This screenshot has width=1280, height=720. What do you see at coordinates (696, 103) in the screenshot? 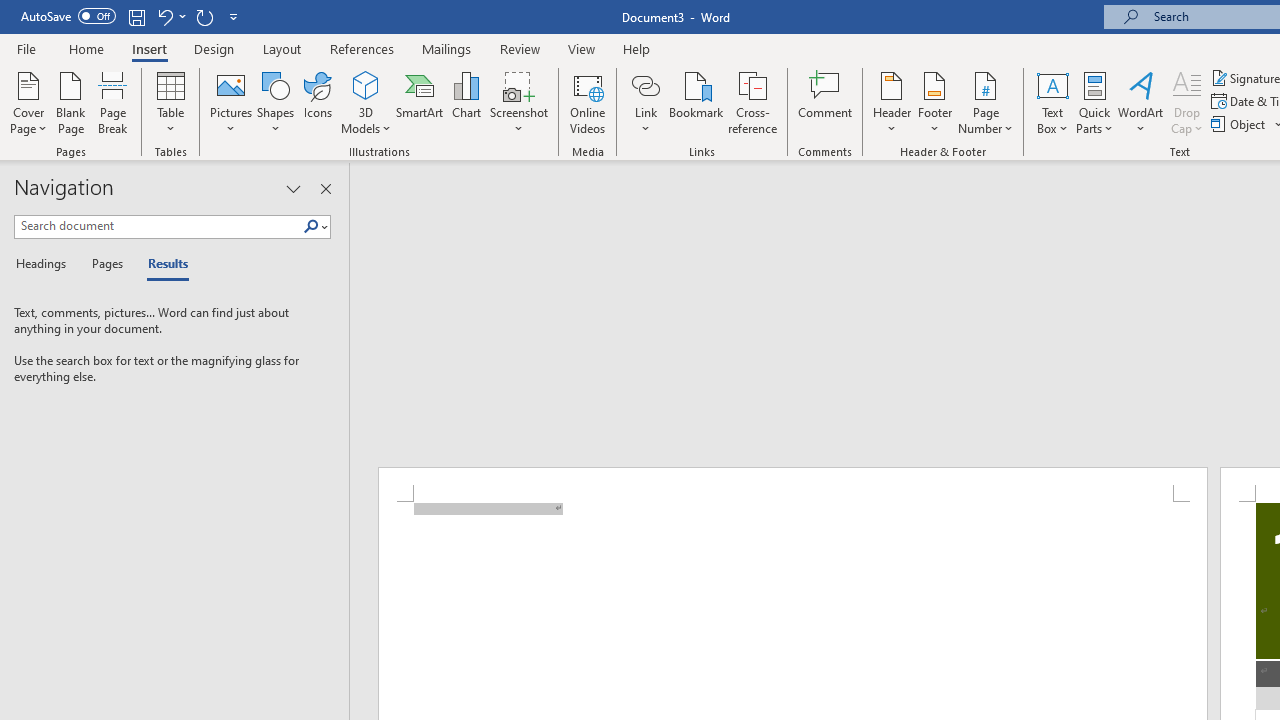
I see `'Bookmark...'` at bounding box center [696, 103].